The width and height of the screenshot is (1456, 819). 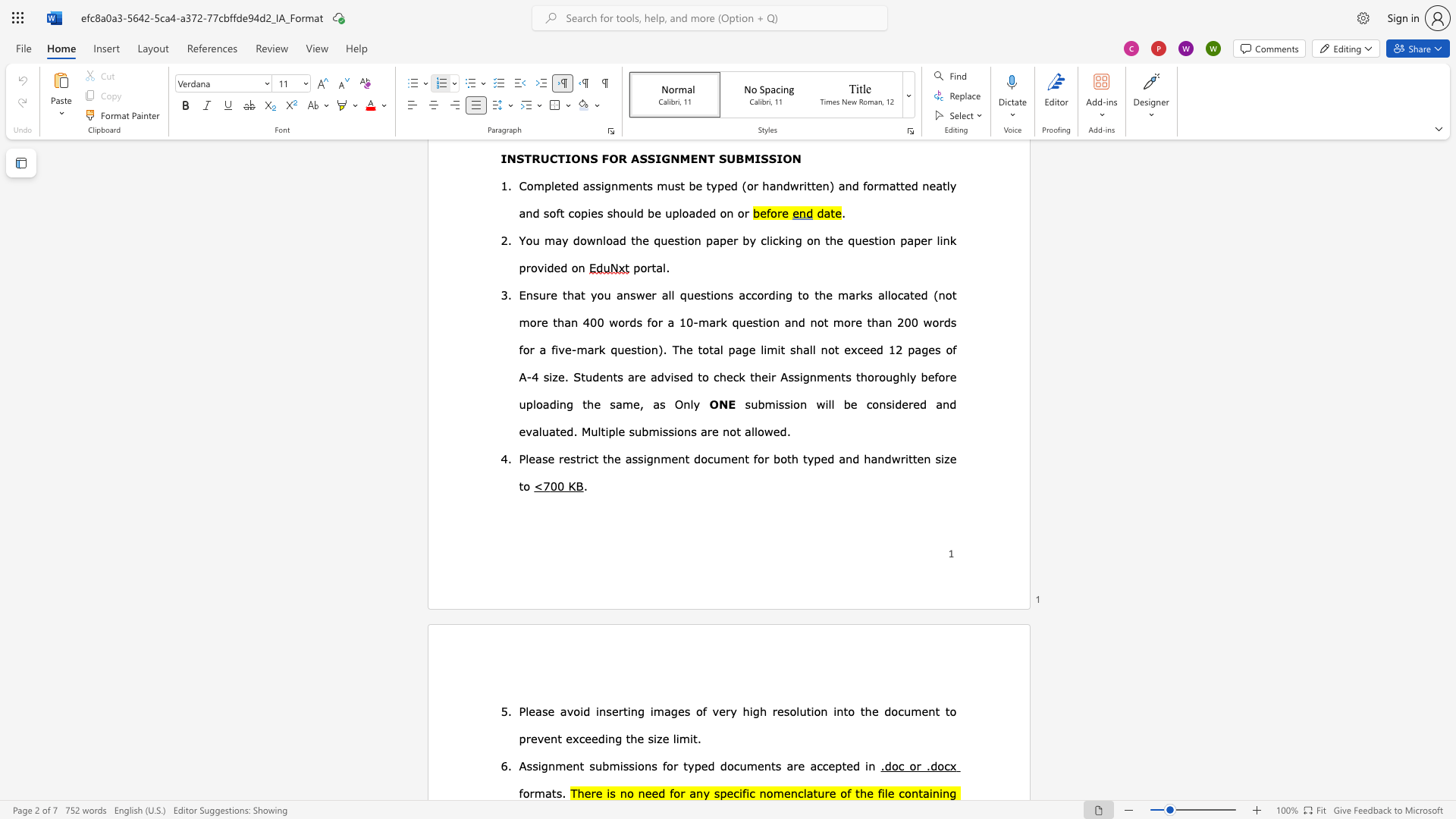 What do you see at coordinates (925, 792) in the screenshot?
I see `the 1th character "a" in the text` at bounding box center [925, 792].